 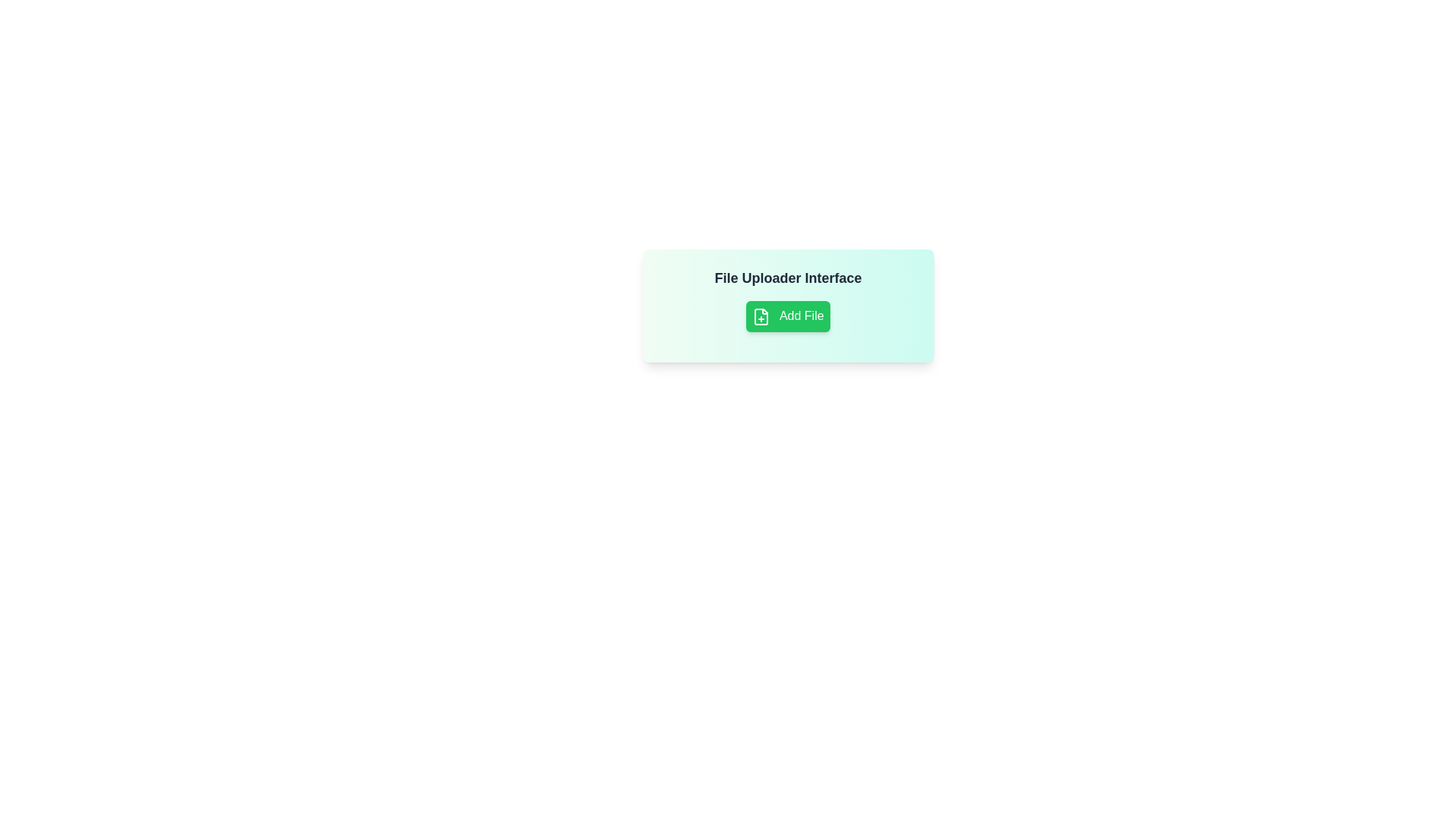 What do you see at coordinates (788, 306) in the screenshot?
I see `the 'Add File' button in the 'File Uploader Interface' component, which is styled with a green gradient background and features a file icon with a plus symbol` at bounding box center [788, 306].